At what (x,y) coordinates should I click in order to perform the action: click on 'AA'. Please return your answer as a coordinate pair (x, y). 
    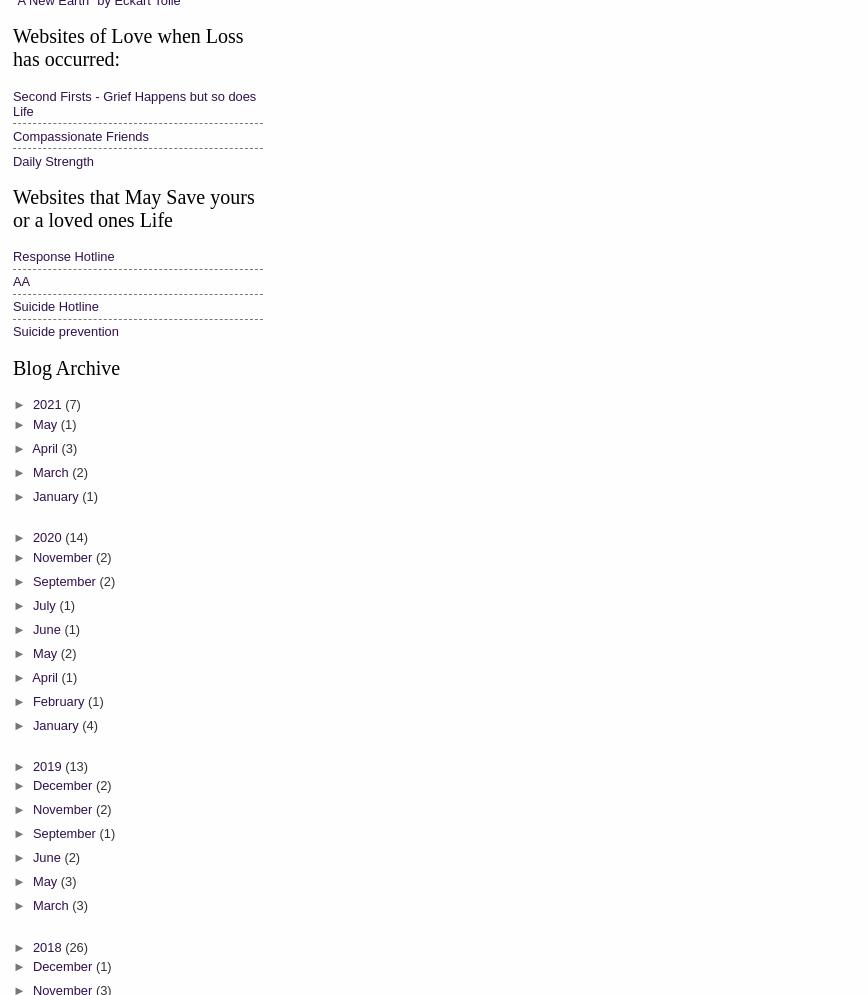
    Looking at the image, I should click on (21, 280).